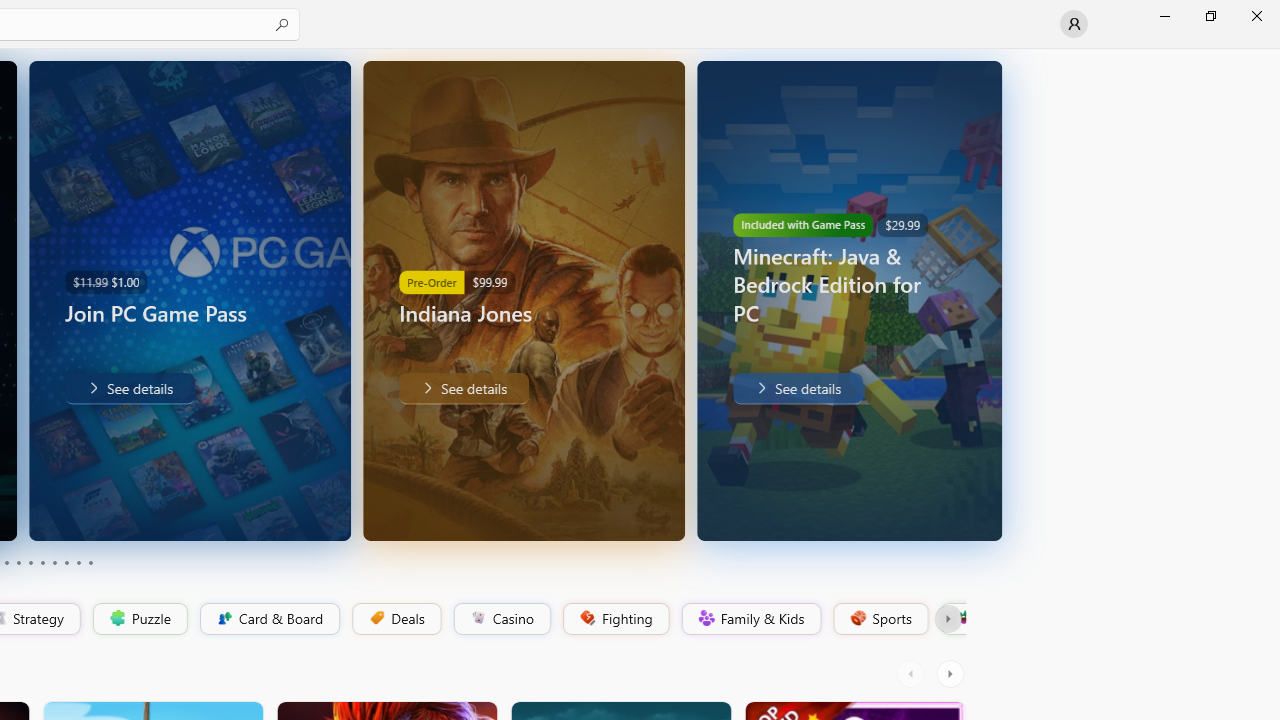  What do you see at coordinates (951, 618) in the screenshot?
I see `'Platformer'` at bounding box center [951, 618].